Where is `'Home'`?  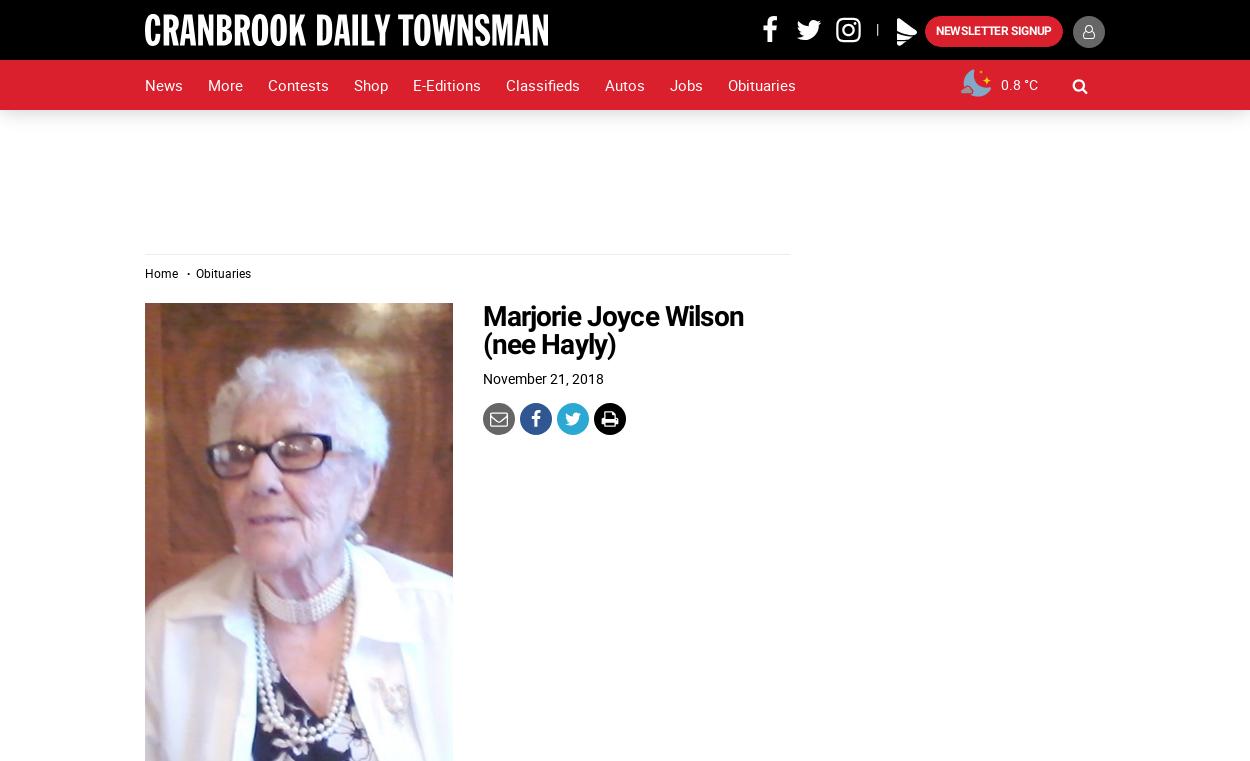
'Home' is located at coordinates (161, 272).